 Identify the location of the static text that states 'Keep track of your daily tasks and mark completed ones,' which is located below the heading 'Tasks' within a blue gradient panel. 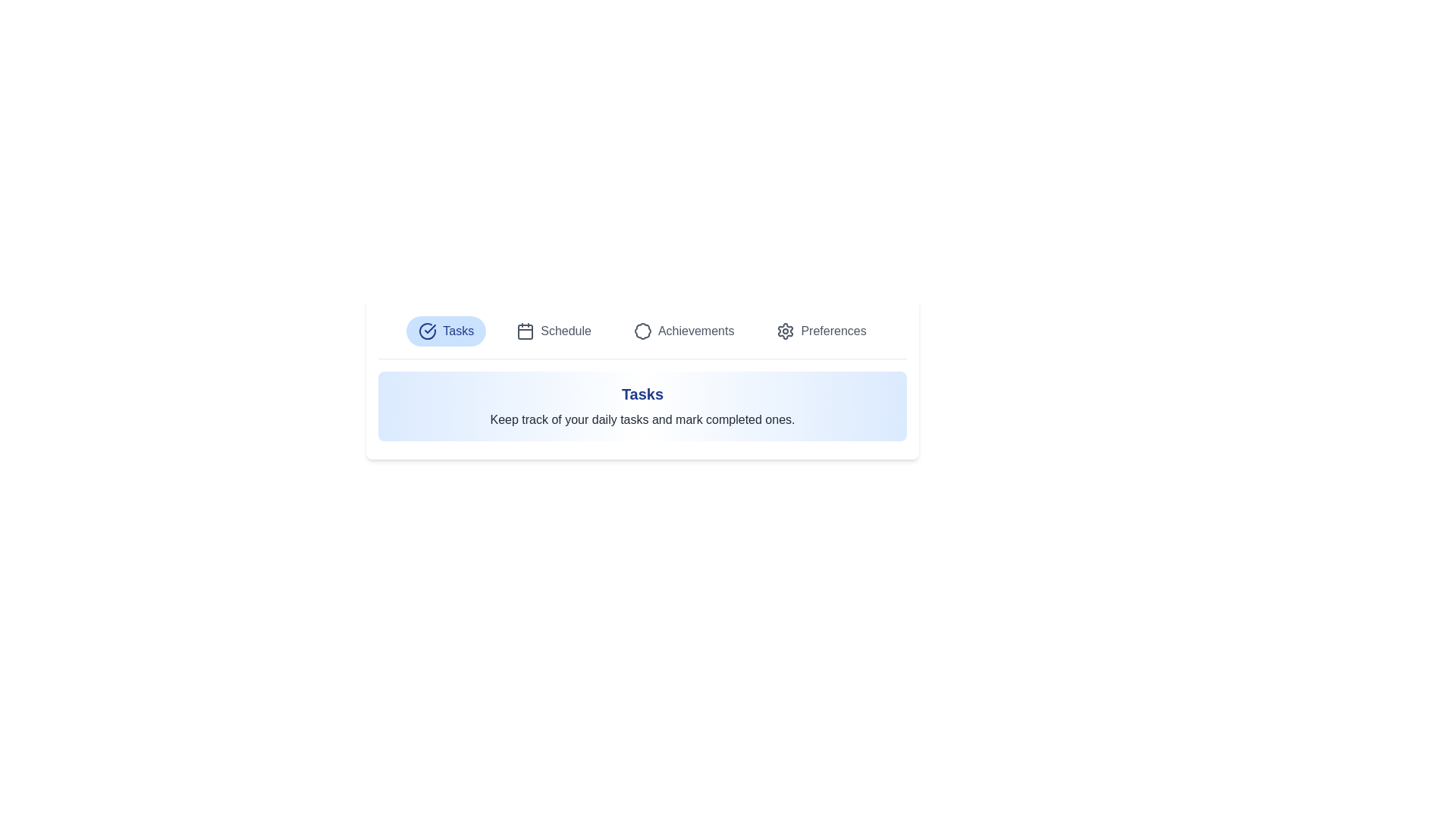
(642, 420).